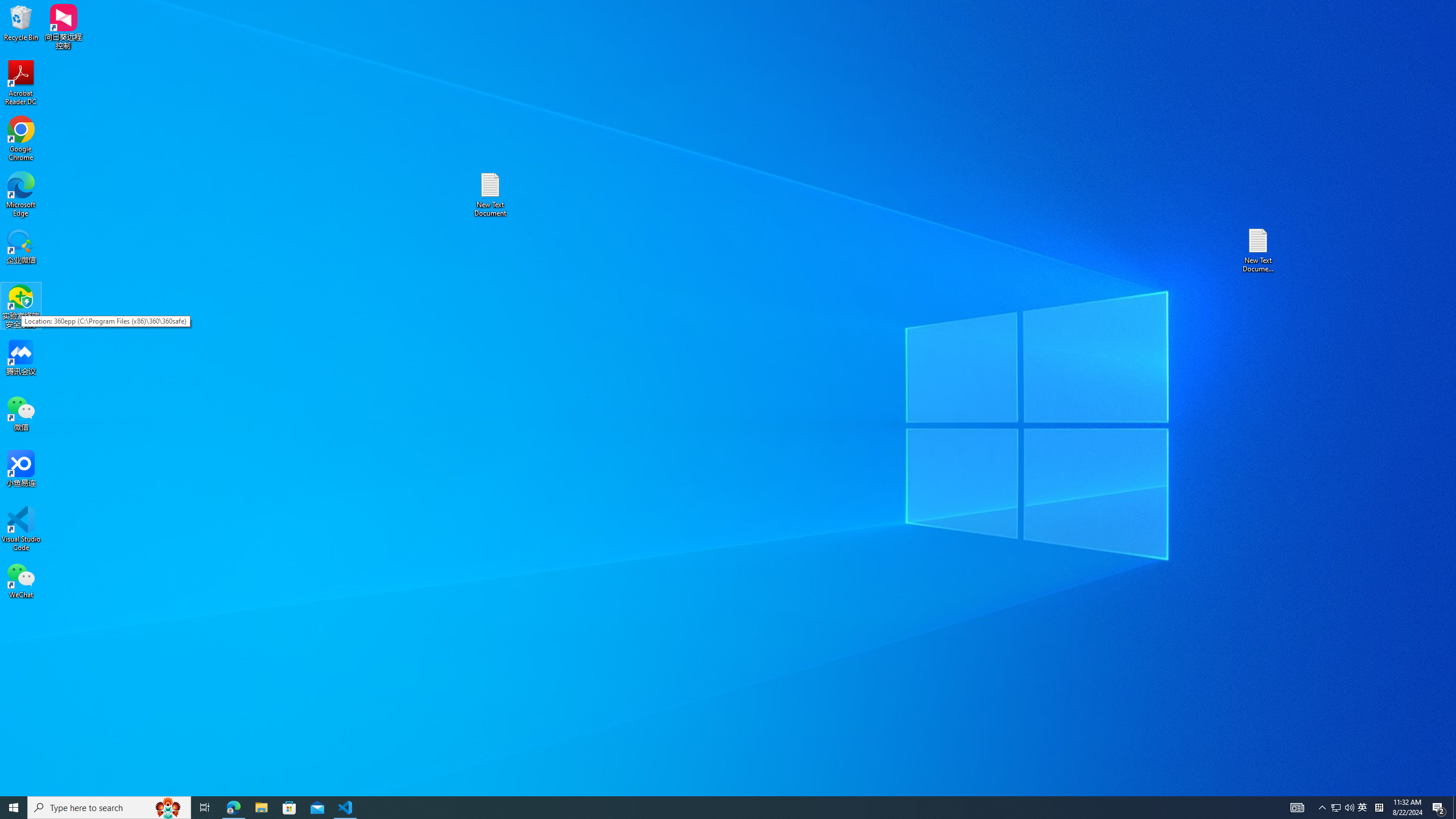 This screenshot has width=1456, height=819. I want to click on 'AutomationID: 4105', so click(1296, 806).